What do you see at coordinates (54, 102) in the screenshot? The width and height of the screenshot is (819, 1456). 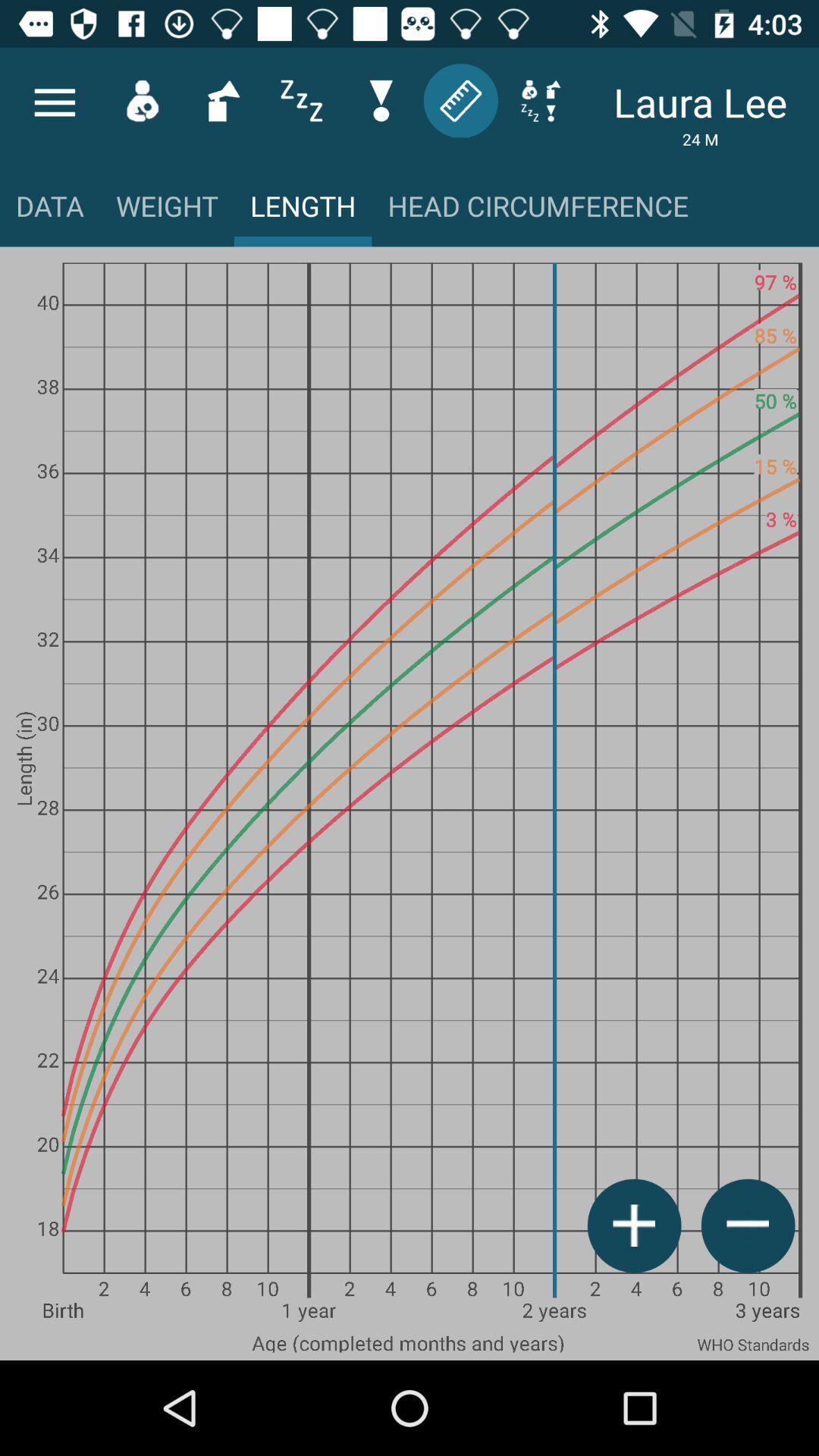 I see `the menu icon` at bounding box center [54, 102].